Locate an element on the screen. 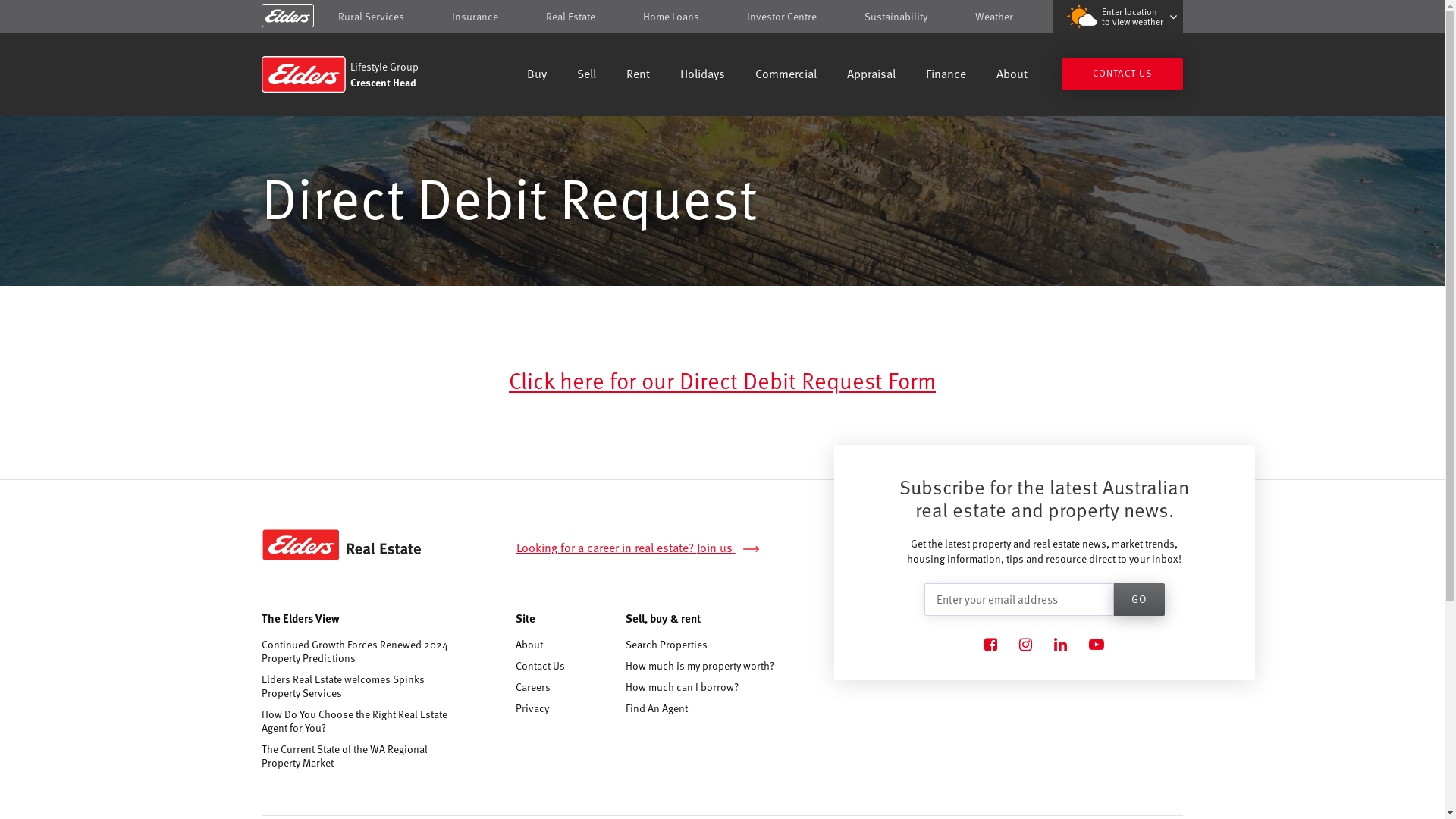 The image size is (1456, 819). 'Finance' is located at coordinates (924, 75).